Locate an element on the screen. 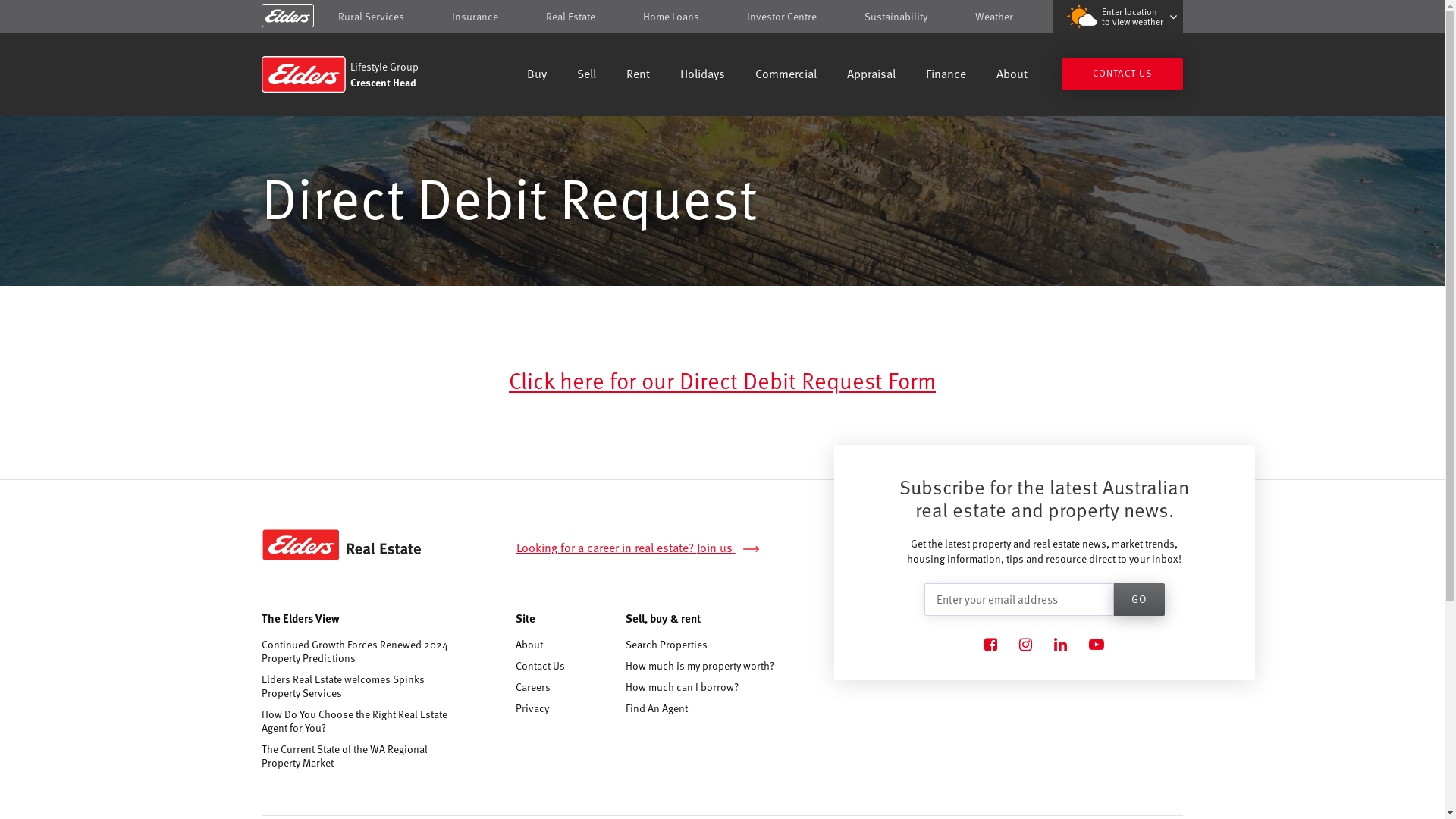 The image size is (1456, 819). 'Finance' is located at coordinates (924, 75).